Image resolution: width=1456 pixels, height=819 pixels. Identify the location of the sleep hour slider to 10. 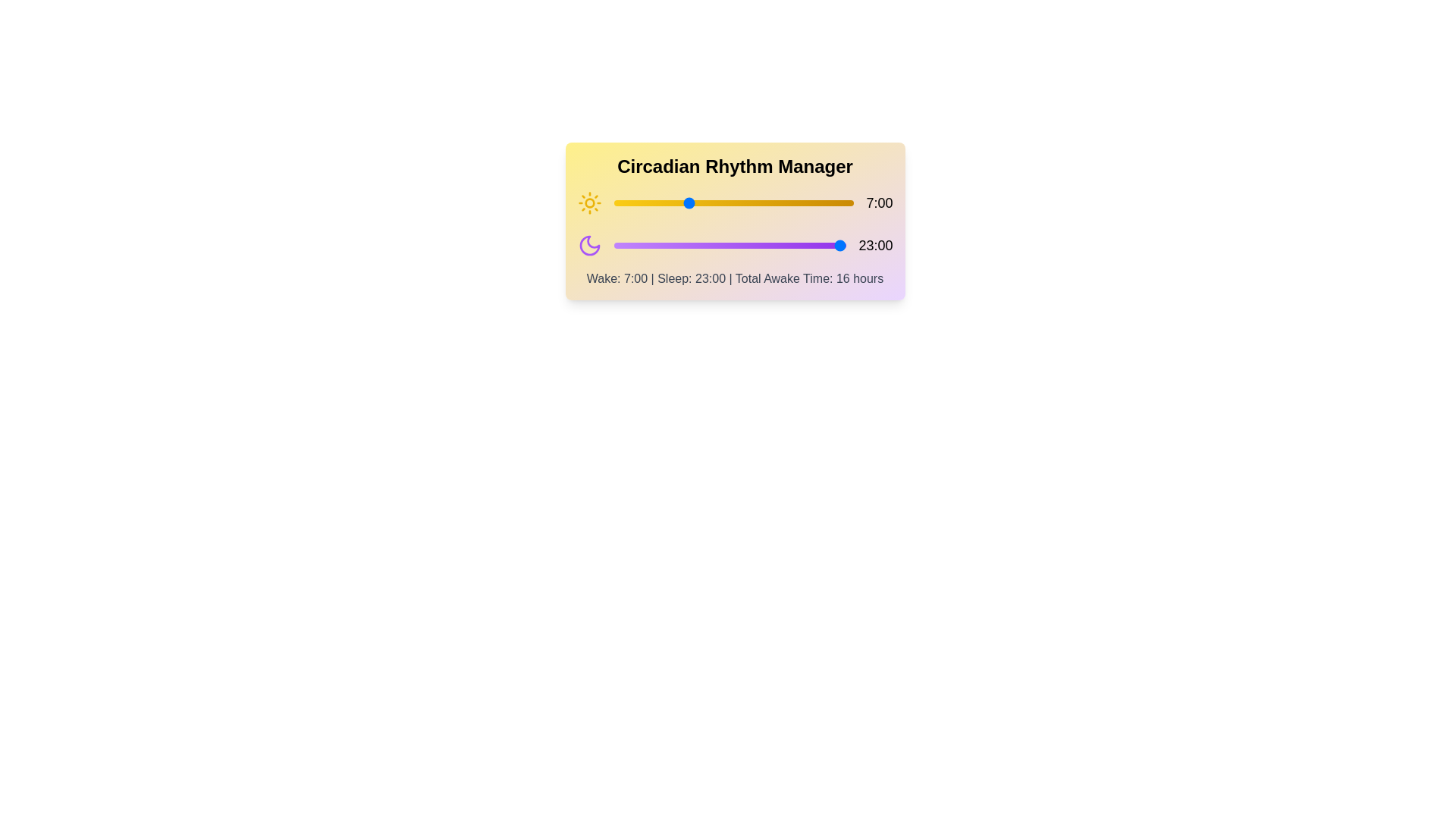
(714, 245).